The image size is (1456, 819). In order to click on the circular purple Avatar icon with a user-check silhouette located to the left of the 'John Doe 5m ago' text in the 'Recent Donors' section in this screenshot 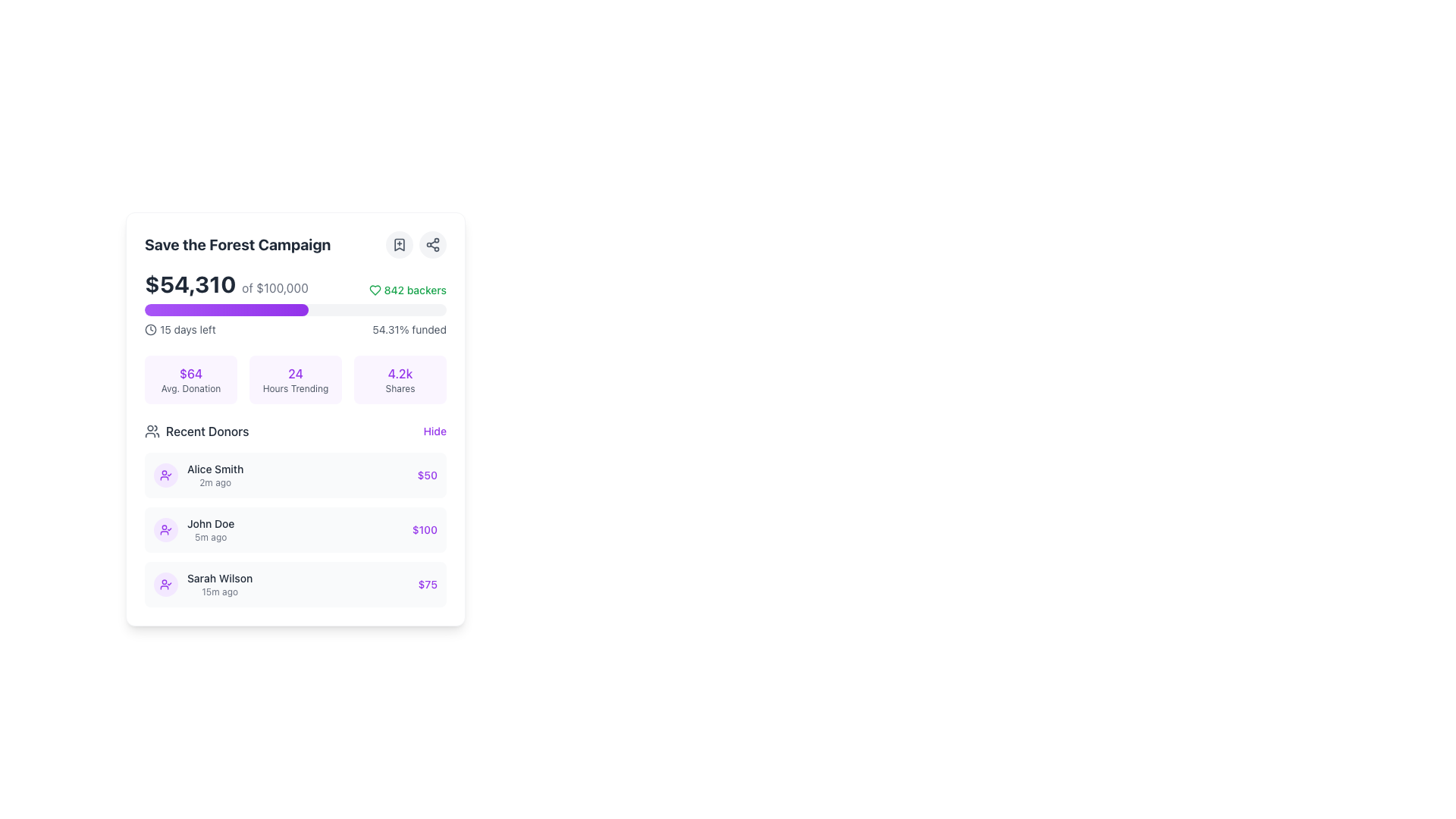, I will do `click(166, 529)`.